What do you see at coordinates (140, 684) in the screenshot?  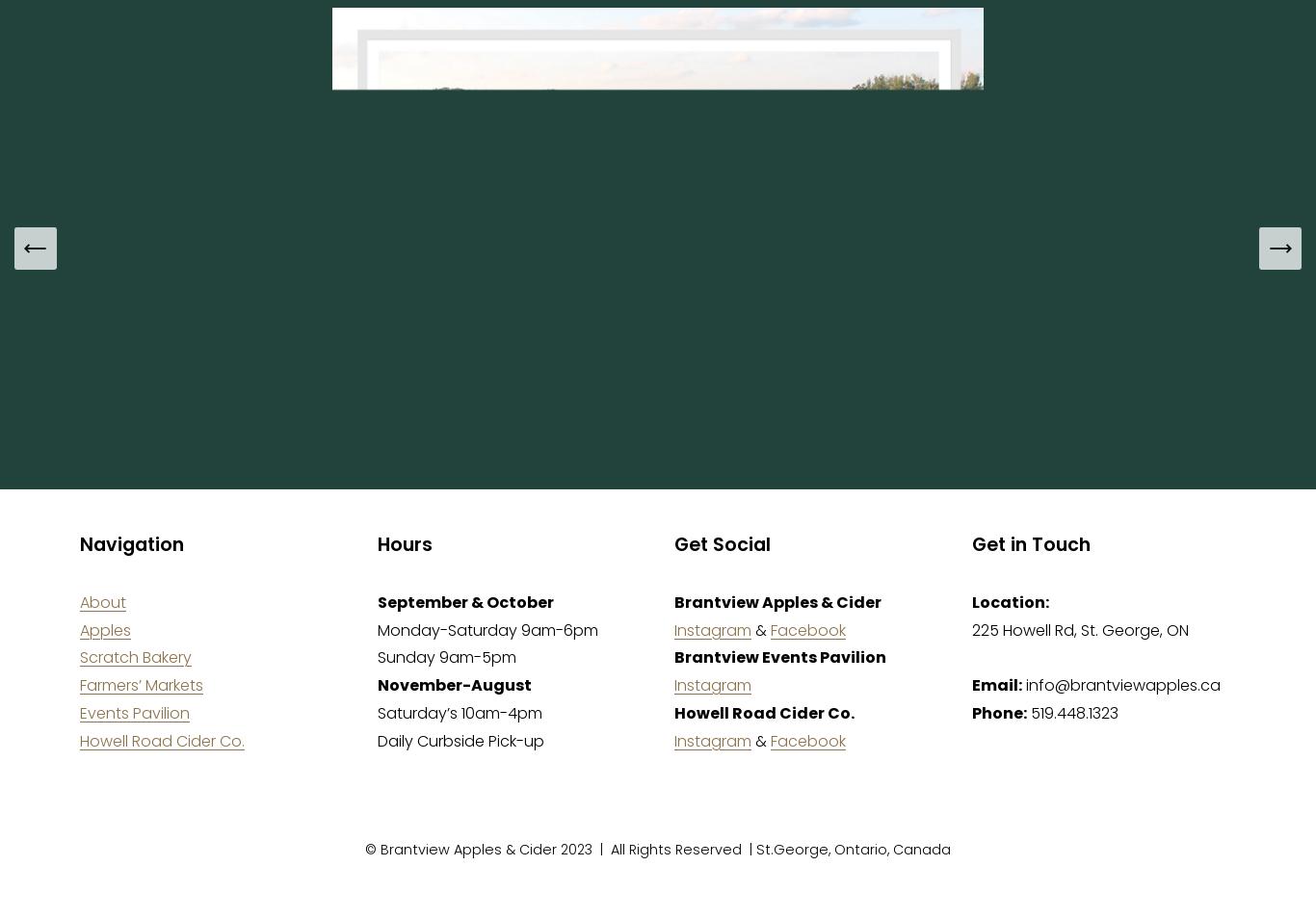 I see `'Farmers’ Markets'` at bounding box center [140, 684].